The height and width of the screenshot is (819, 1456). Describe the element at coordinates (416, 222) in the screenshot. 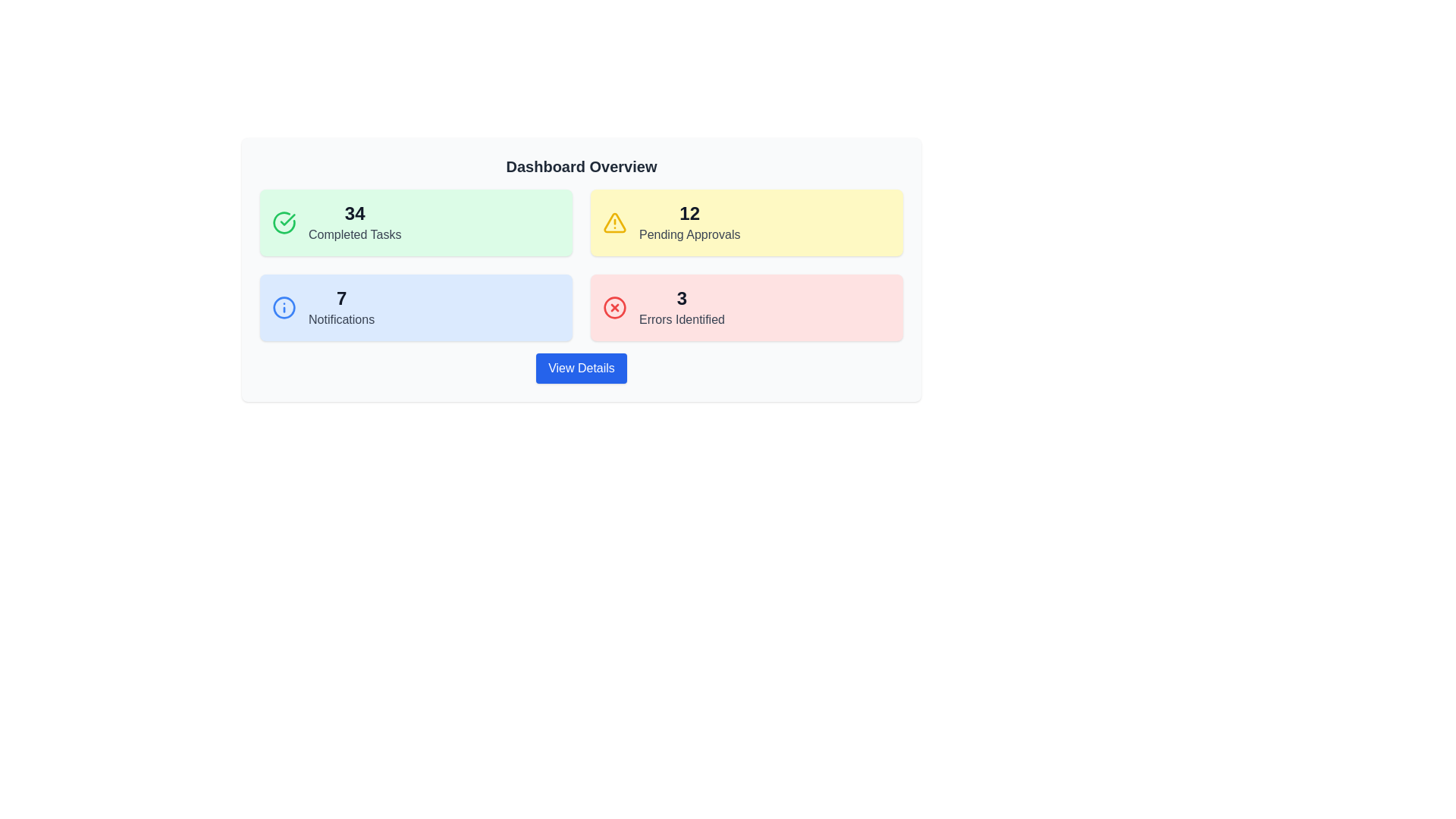

I see `the Informational card displaying the count of completed tasks ('34') in the top-left position of the grid layout` at that location.